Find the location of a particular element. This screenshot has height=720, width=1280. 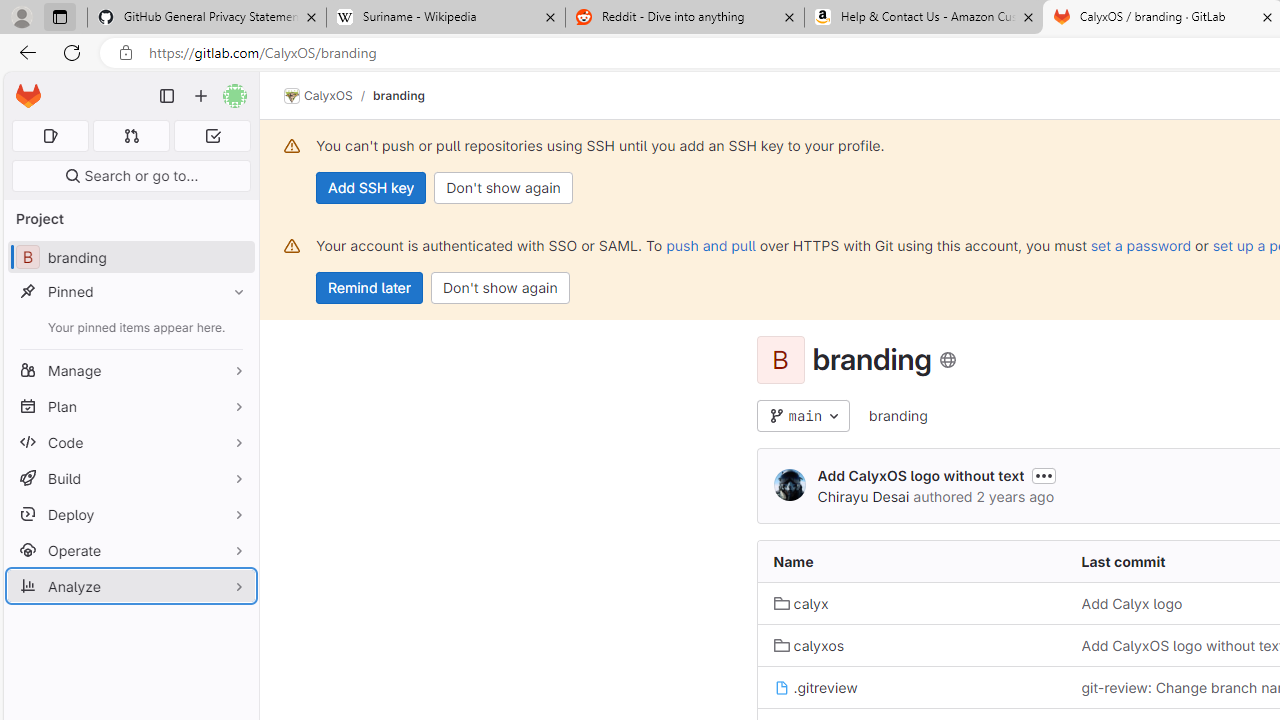

'Analyze' is located at coordinates (130, 585).